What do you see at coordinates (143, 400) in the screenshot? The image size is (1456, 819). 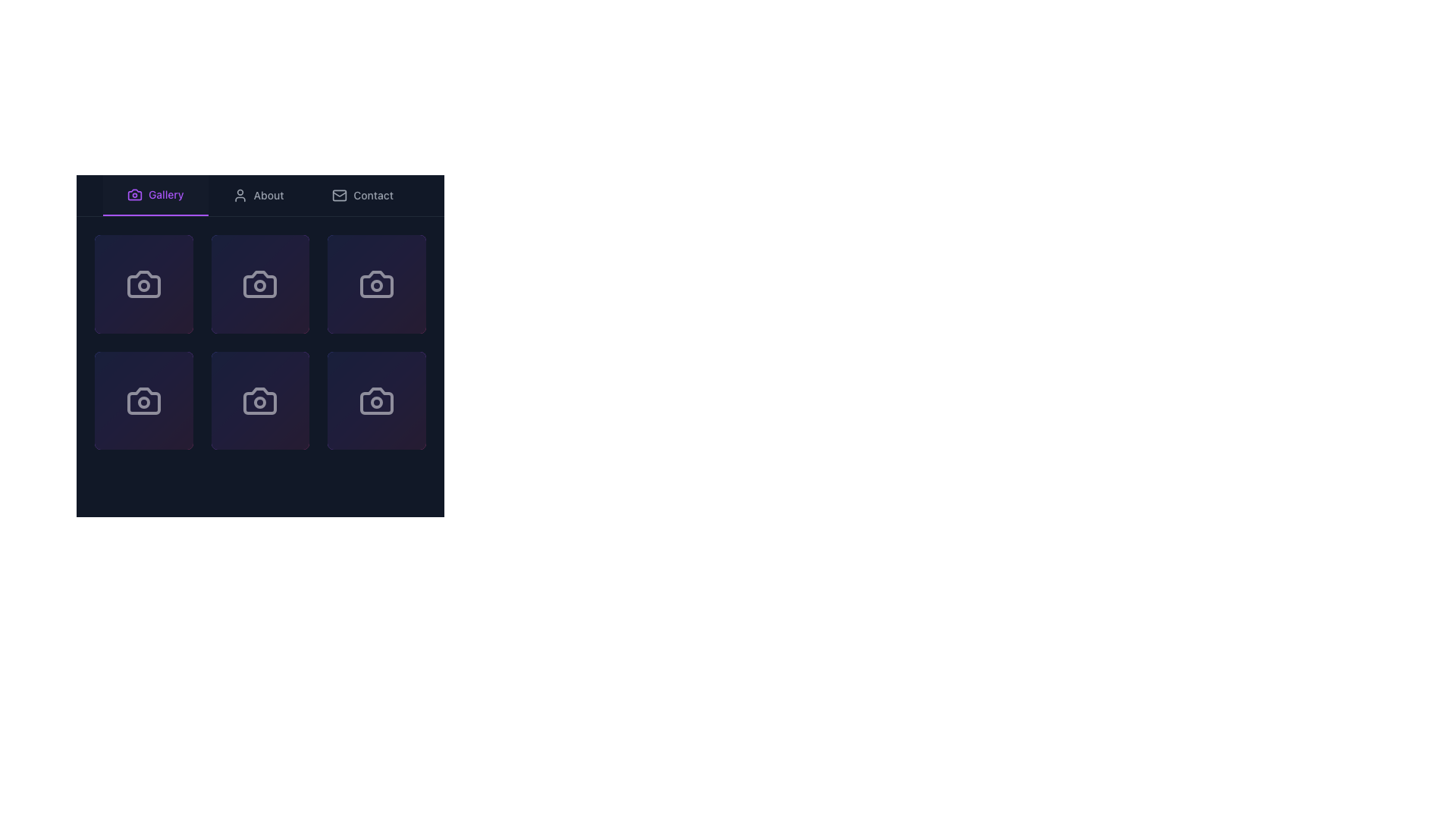 I see `the square UI component with a gradient background and a centered white camera icon to observe animations or visual changes` at bounding box center [143, 400].